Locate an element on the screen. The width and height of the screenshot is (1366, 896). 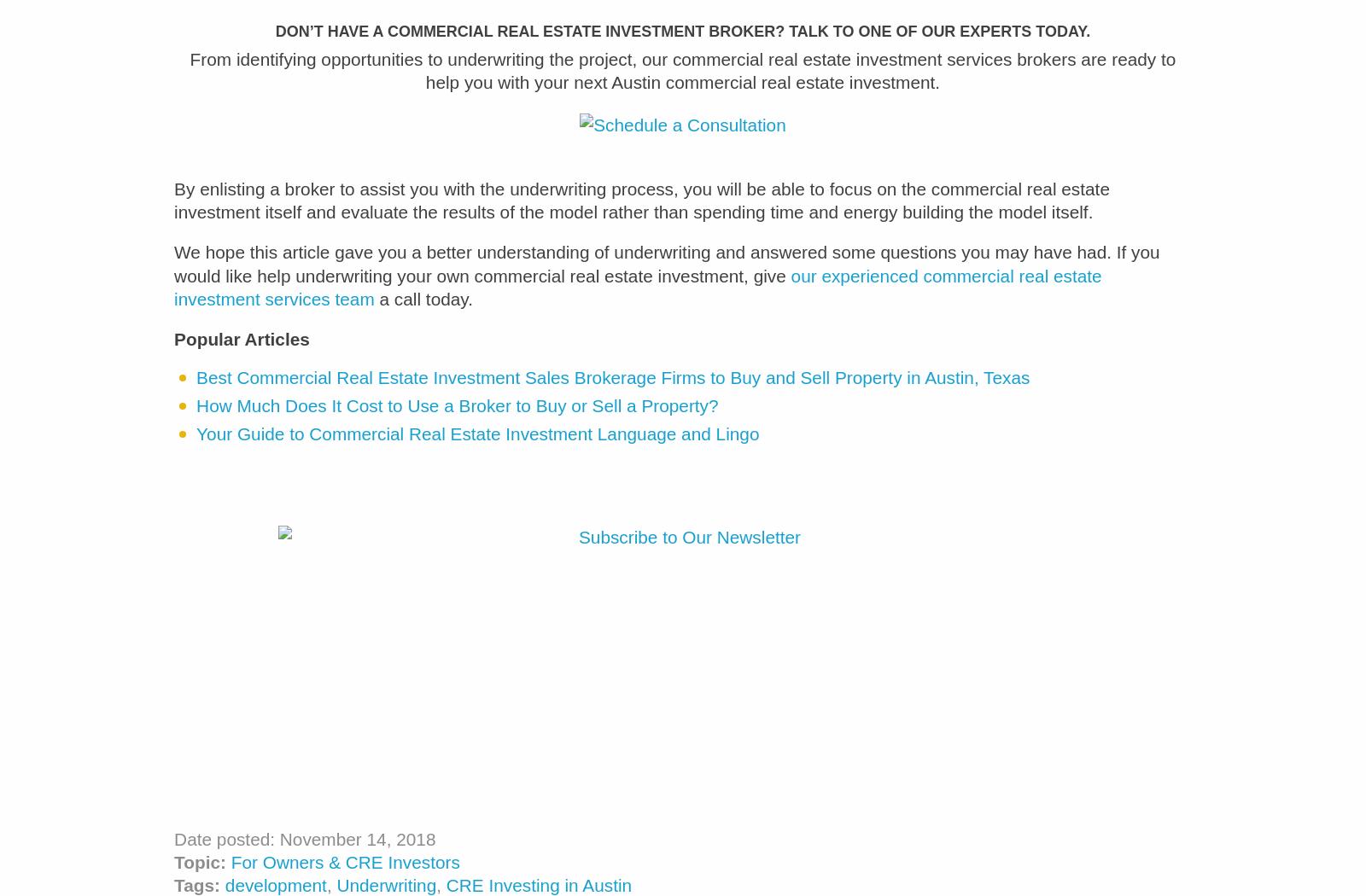
'Date posted: November 14, 2018' is located at coordinates (304, 851).